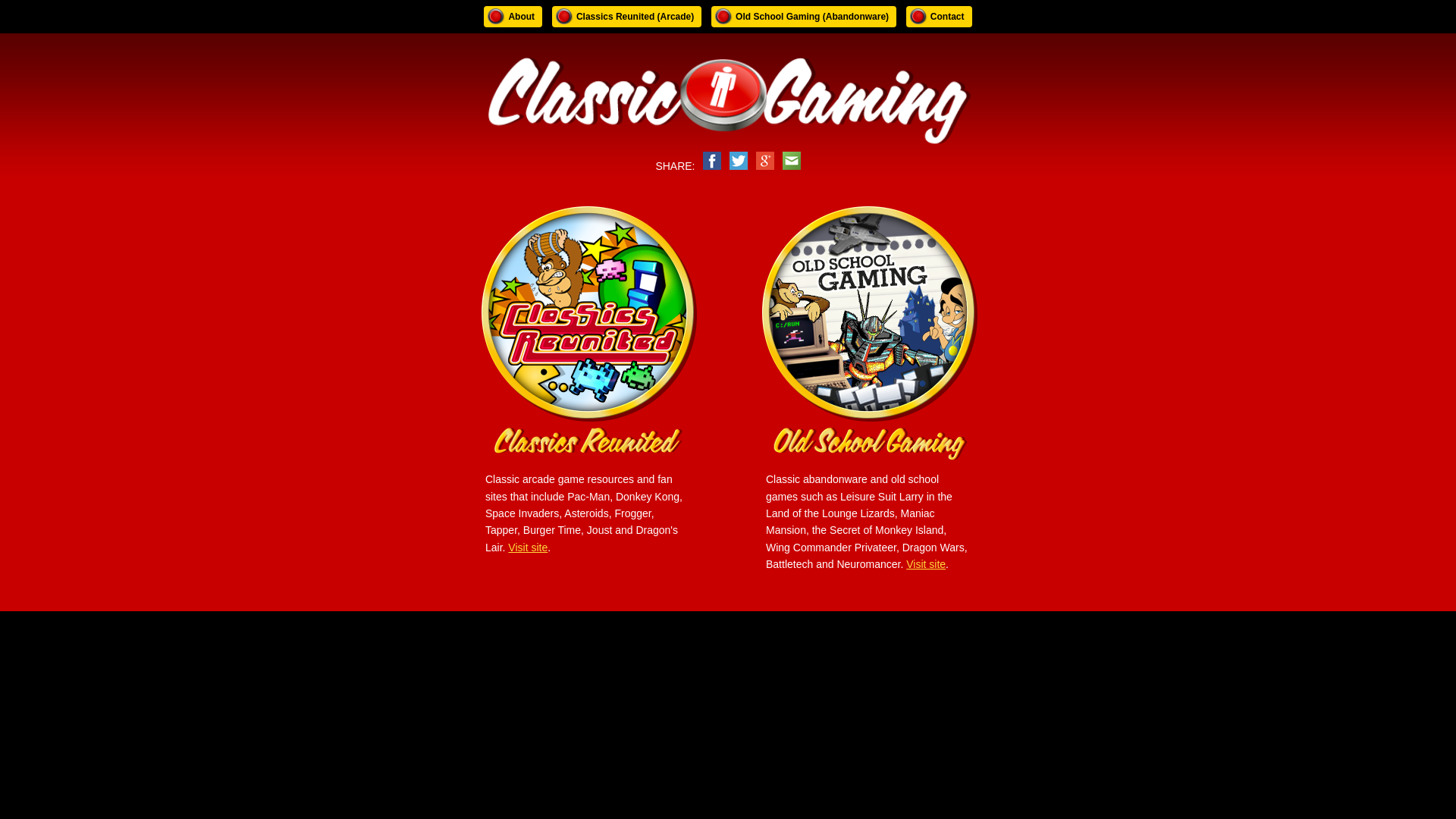 This screenshot has width=1456, height=819. What do you see at coordinates (710, 17) in the screenshot?
I see `'Old School Gaming (Abandonware)'` at bounding box center [710, 17].